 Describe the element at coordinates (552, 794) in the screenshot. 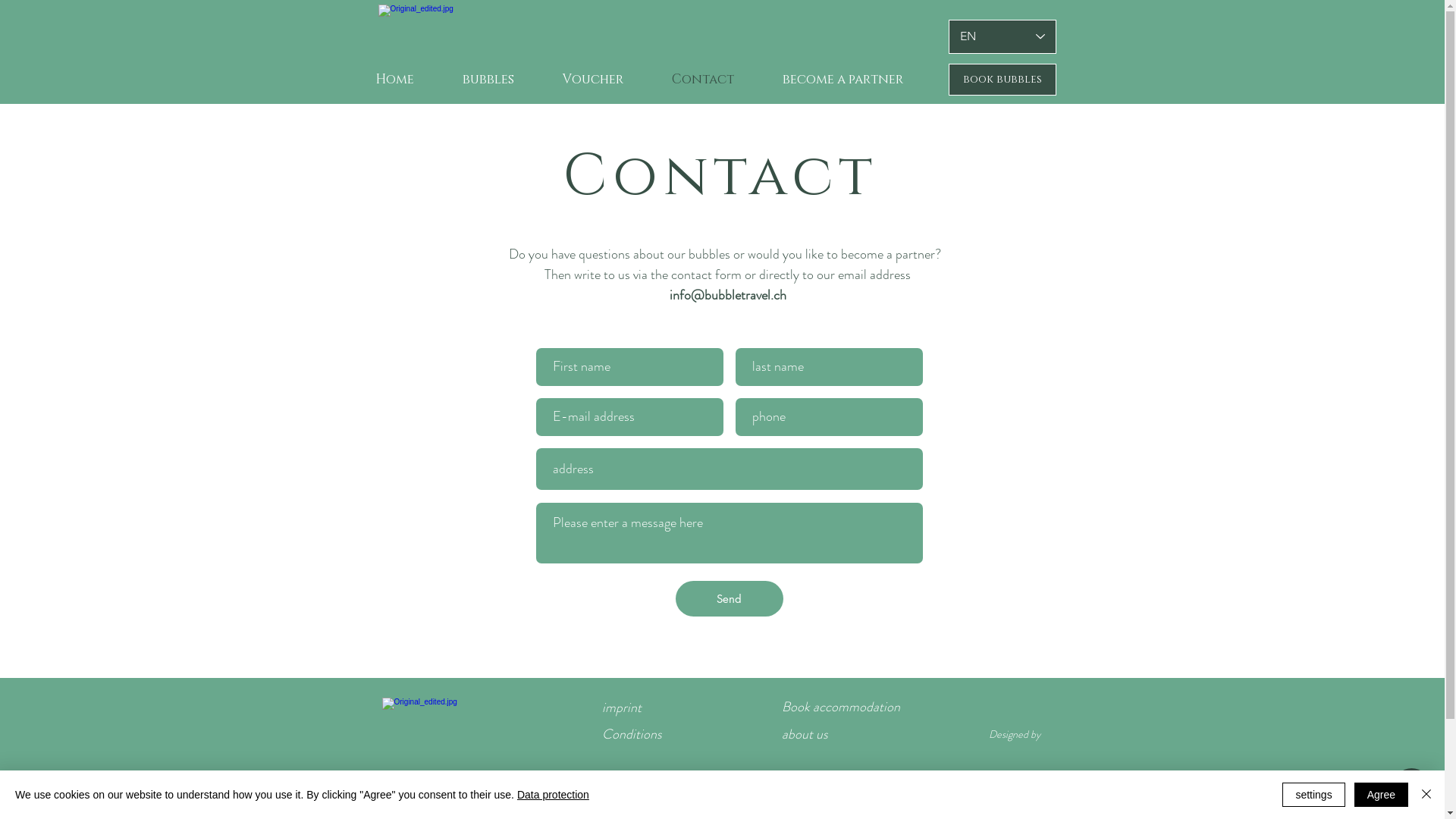

I see `'Data protection'` at that location.